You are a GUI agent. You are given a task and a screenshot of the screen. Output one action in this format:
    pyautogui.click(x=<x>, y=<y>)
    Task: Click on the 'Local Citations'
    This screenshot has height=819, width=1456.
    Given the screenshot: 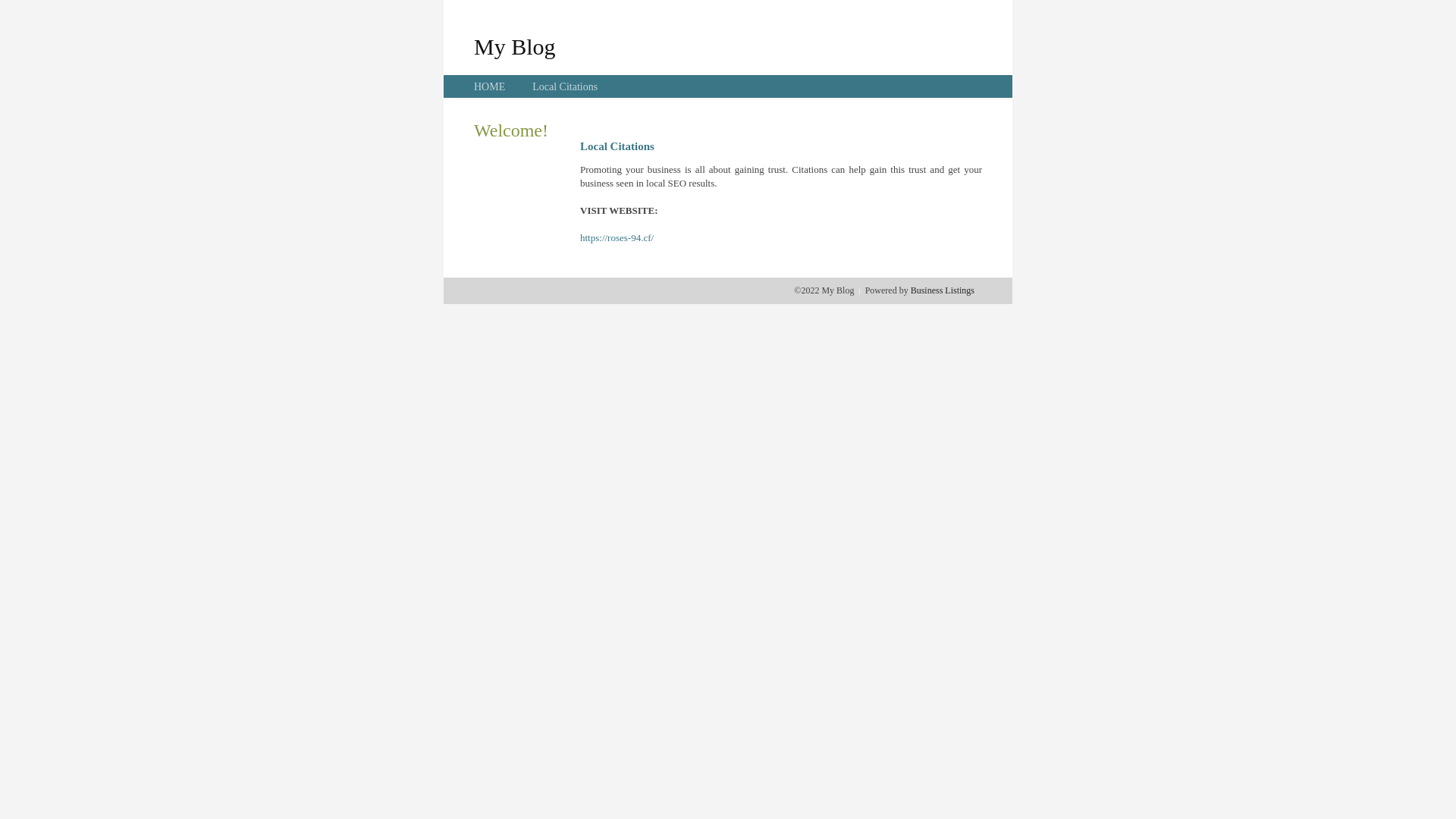 What is the action you would take?
    pyautogui.click(x=532, y=86)
    